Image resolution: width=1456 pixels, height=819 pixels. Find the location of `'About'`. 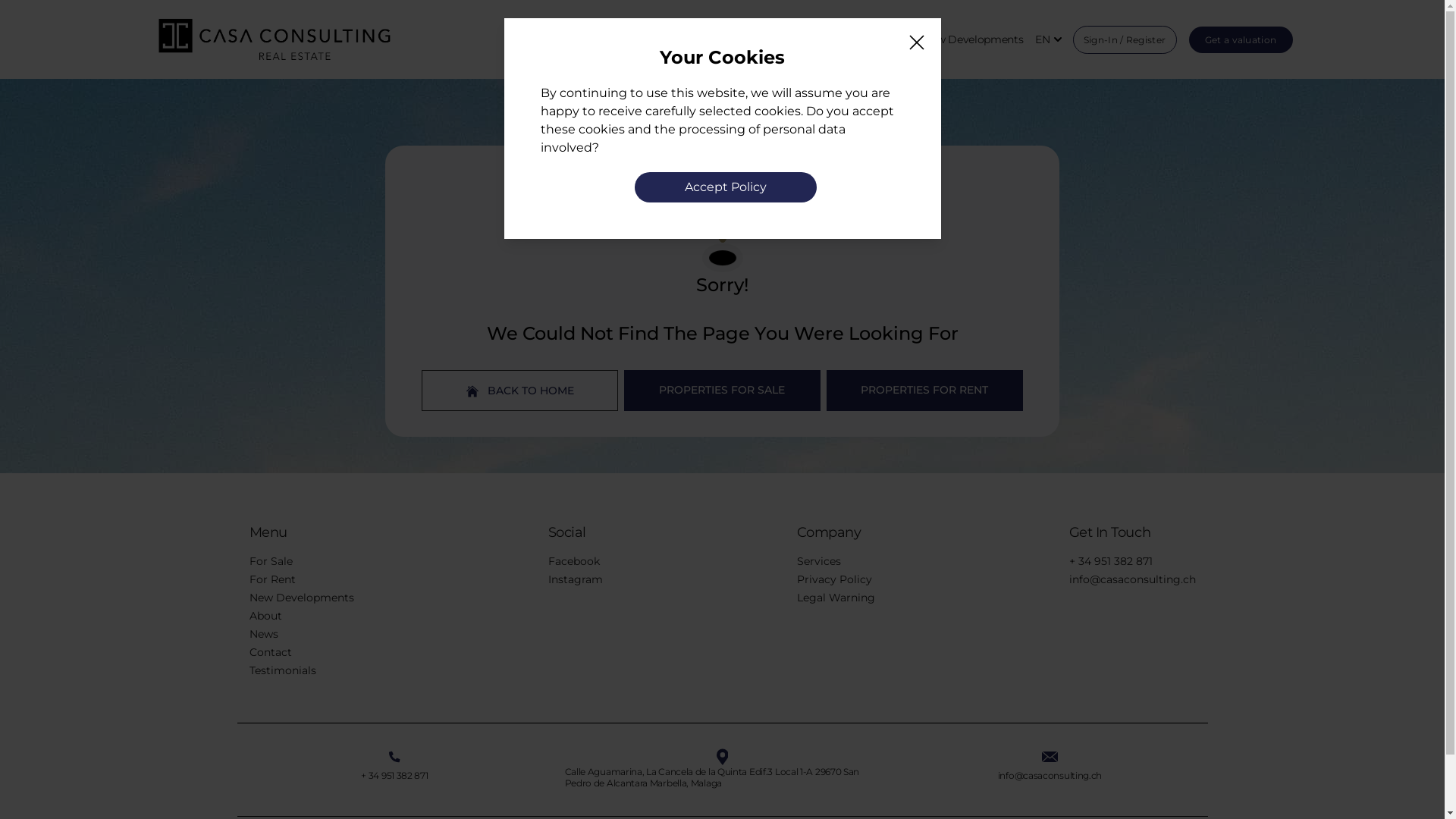

'About' is located at coordinates (265, 616).